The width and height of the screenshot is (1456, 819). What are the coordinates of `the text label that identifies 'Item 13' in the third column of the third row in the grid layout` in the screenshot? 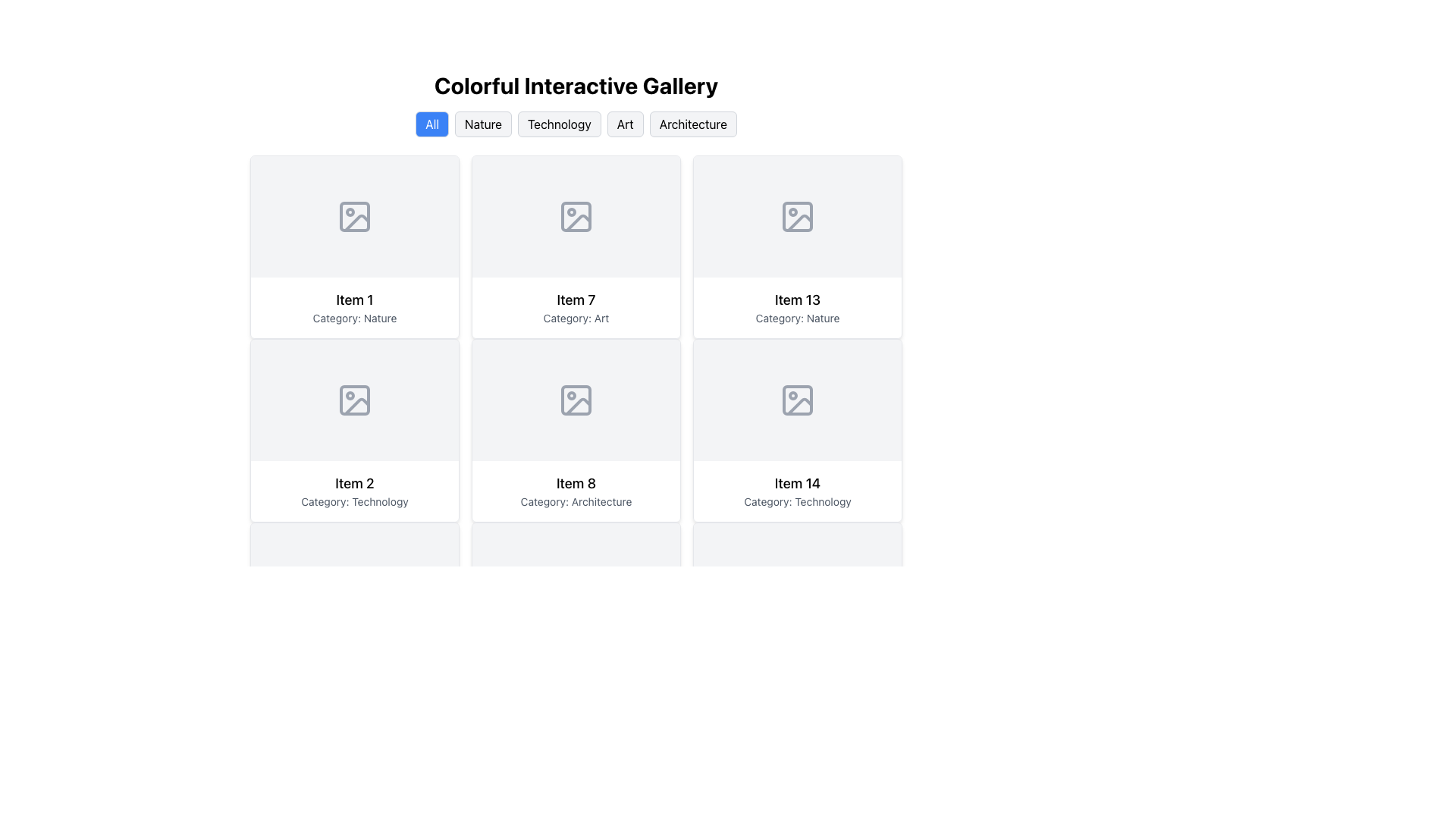 It's located at (796, 300).